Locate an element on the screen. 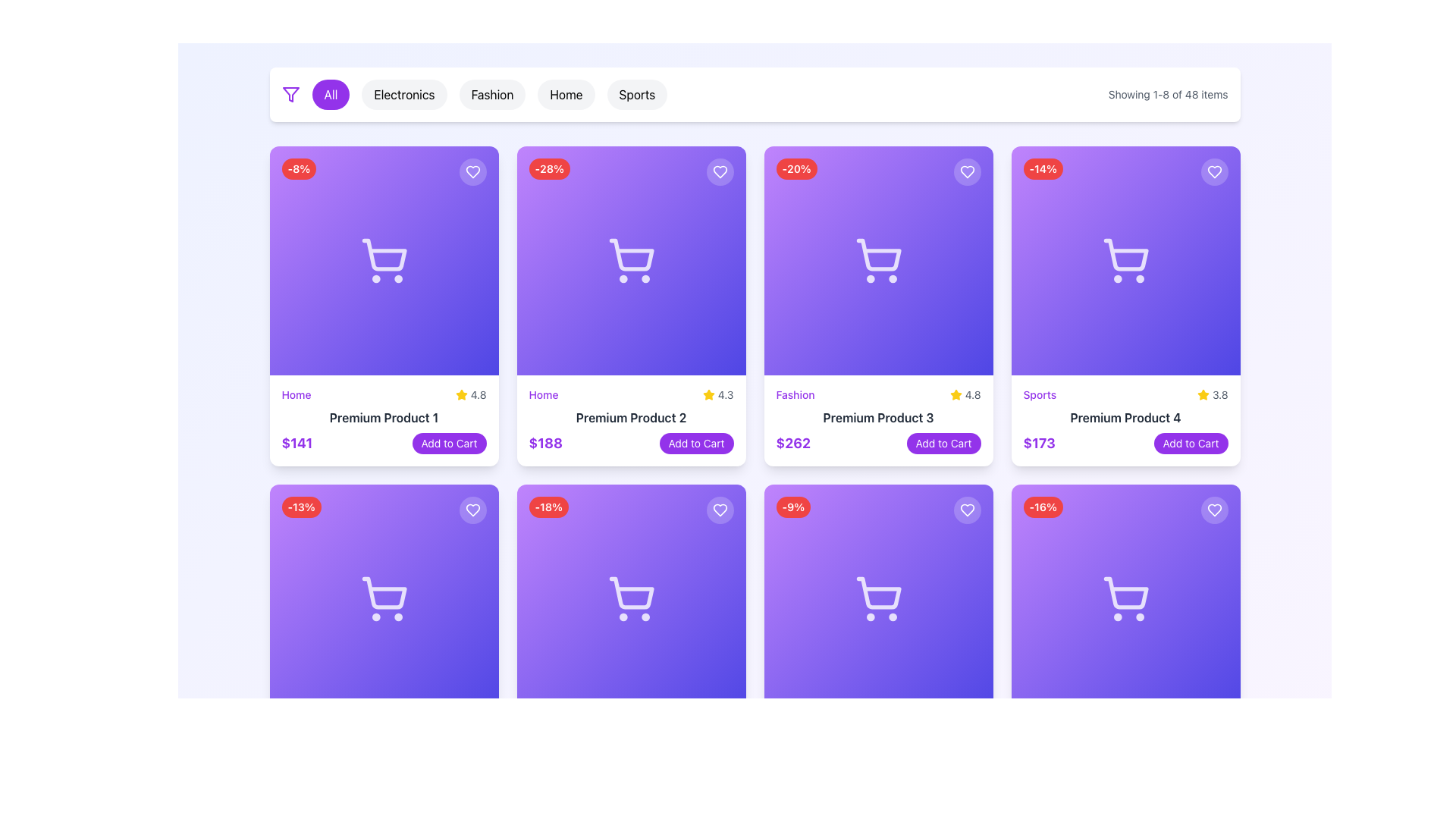  the text label displaying 'Showing 1-8 of 48 items' located in the top-right corner of the layout is located at coordinates (1167, 94).